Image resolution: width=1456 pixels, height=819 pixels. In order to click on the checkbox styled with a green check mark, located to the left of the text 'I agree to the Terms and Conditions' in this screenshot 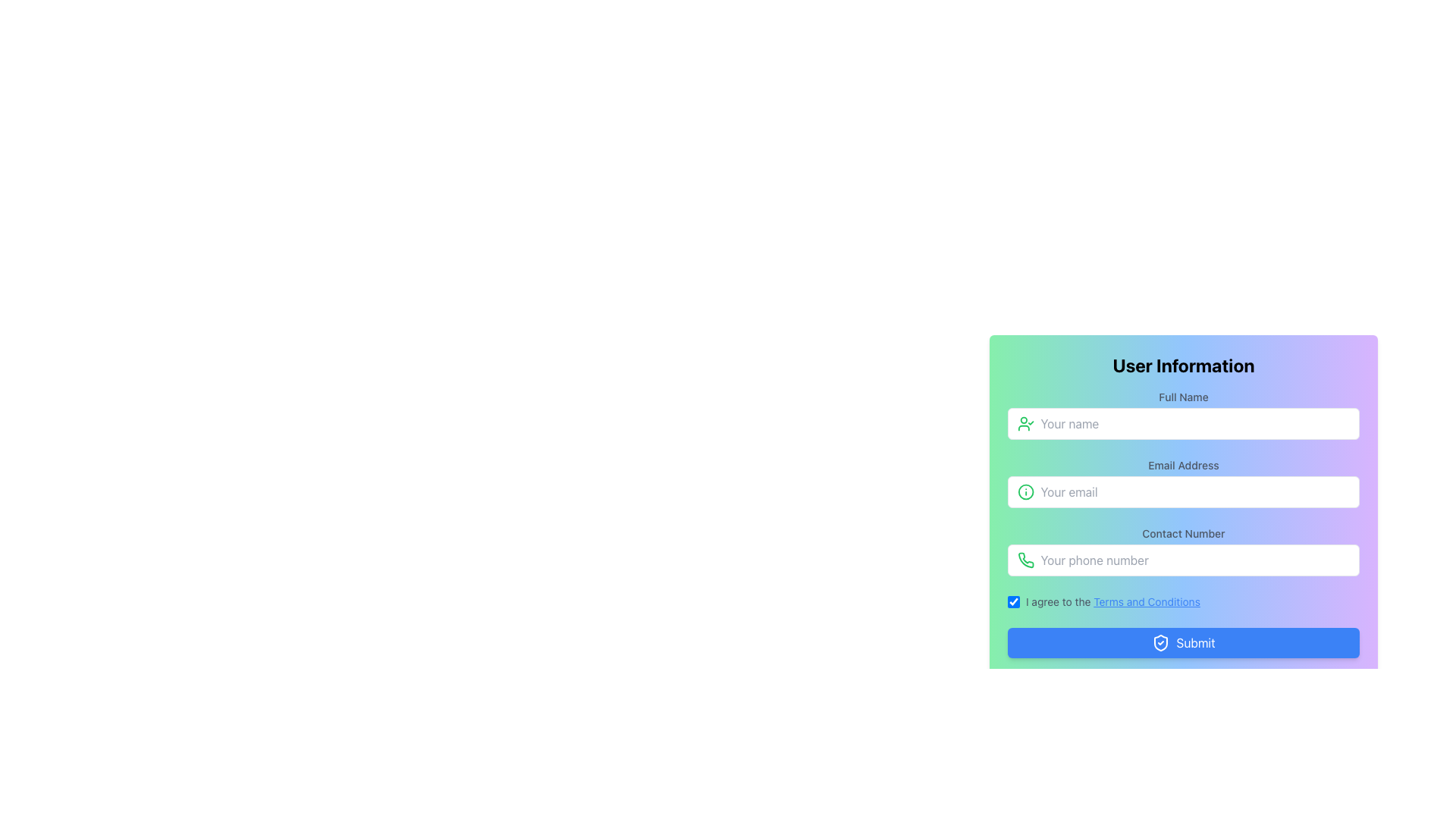, I will do `click(1014, 601)`.